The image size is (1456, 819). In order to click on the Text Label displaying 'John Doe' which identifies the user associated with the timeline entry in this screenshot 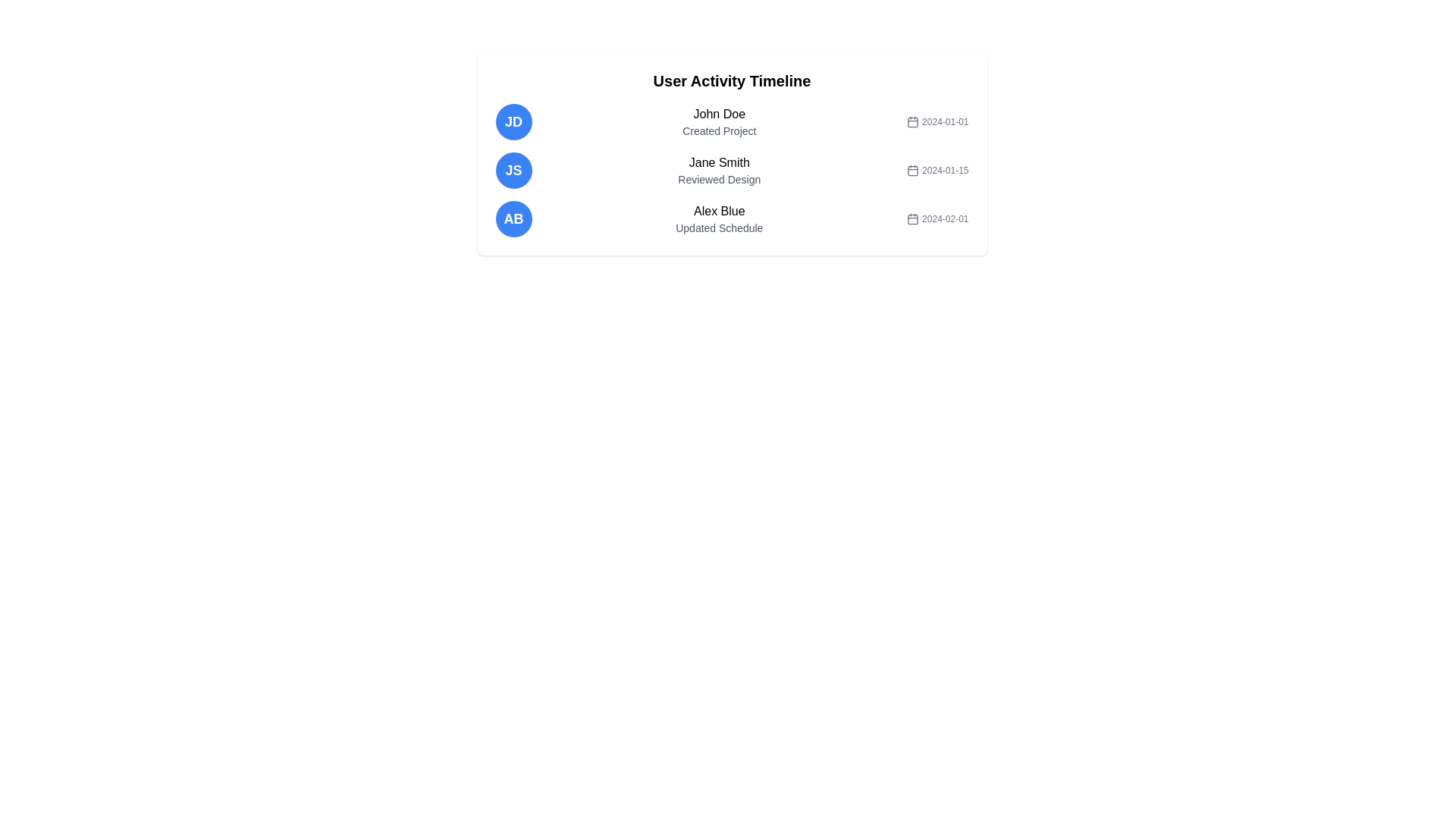, I will do `click(718, 113)`.